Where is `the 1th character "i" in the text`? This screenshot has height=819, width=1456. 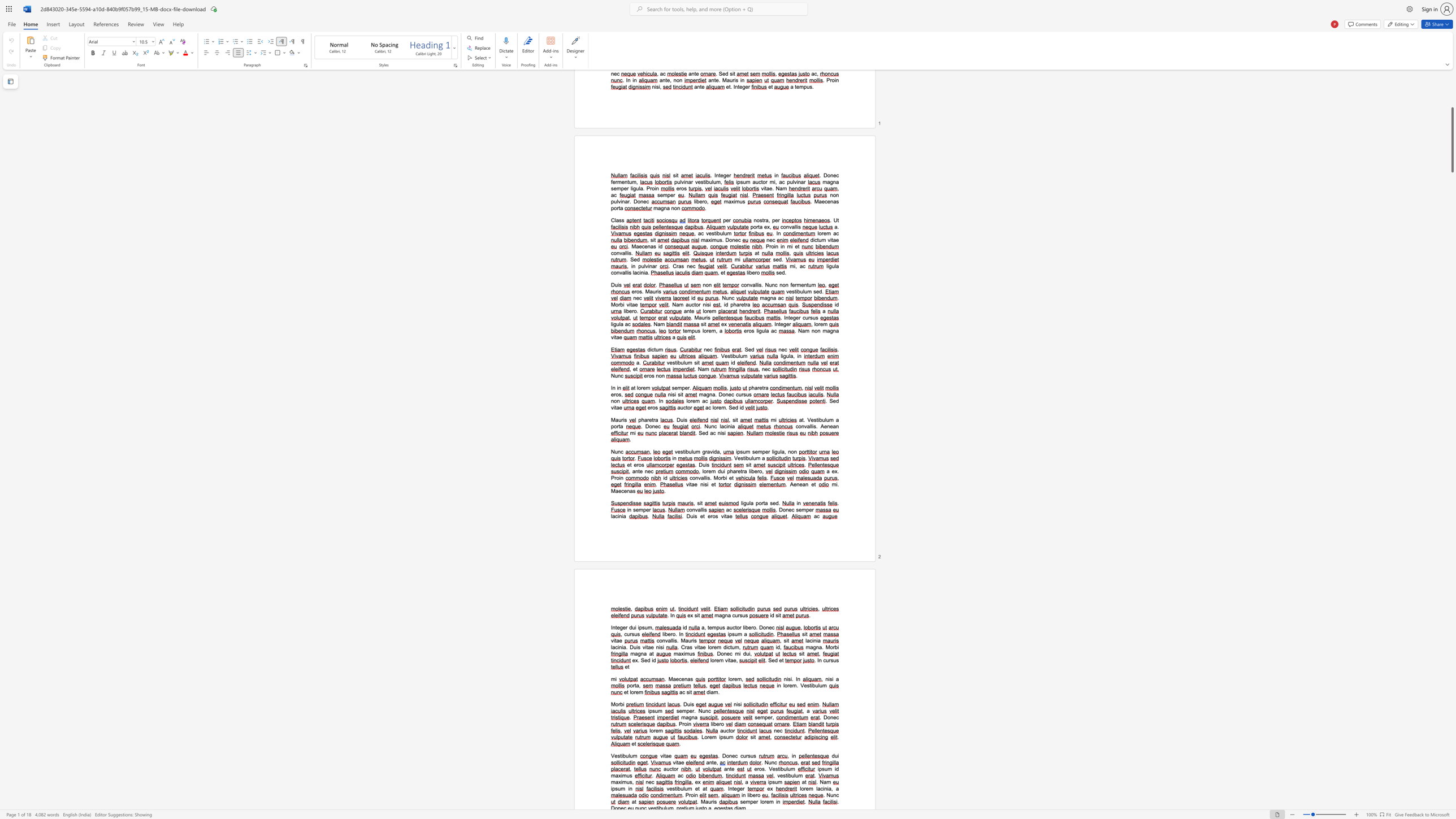
the 1th character "i" in the text is located at coordinates (685, 451).